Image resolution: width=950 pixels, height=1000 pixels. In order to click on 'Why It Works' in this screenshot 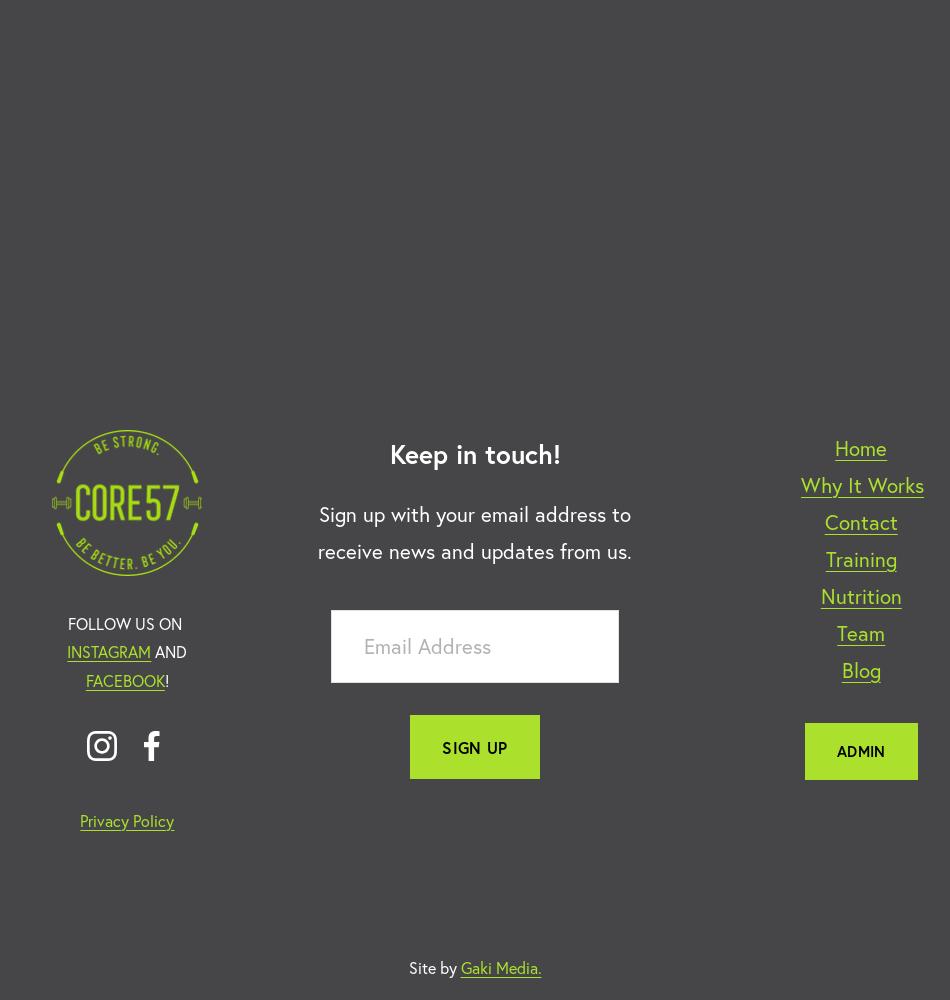, I will do `click(860, 483)`.